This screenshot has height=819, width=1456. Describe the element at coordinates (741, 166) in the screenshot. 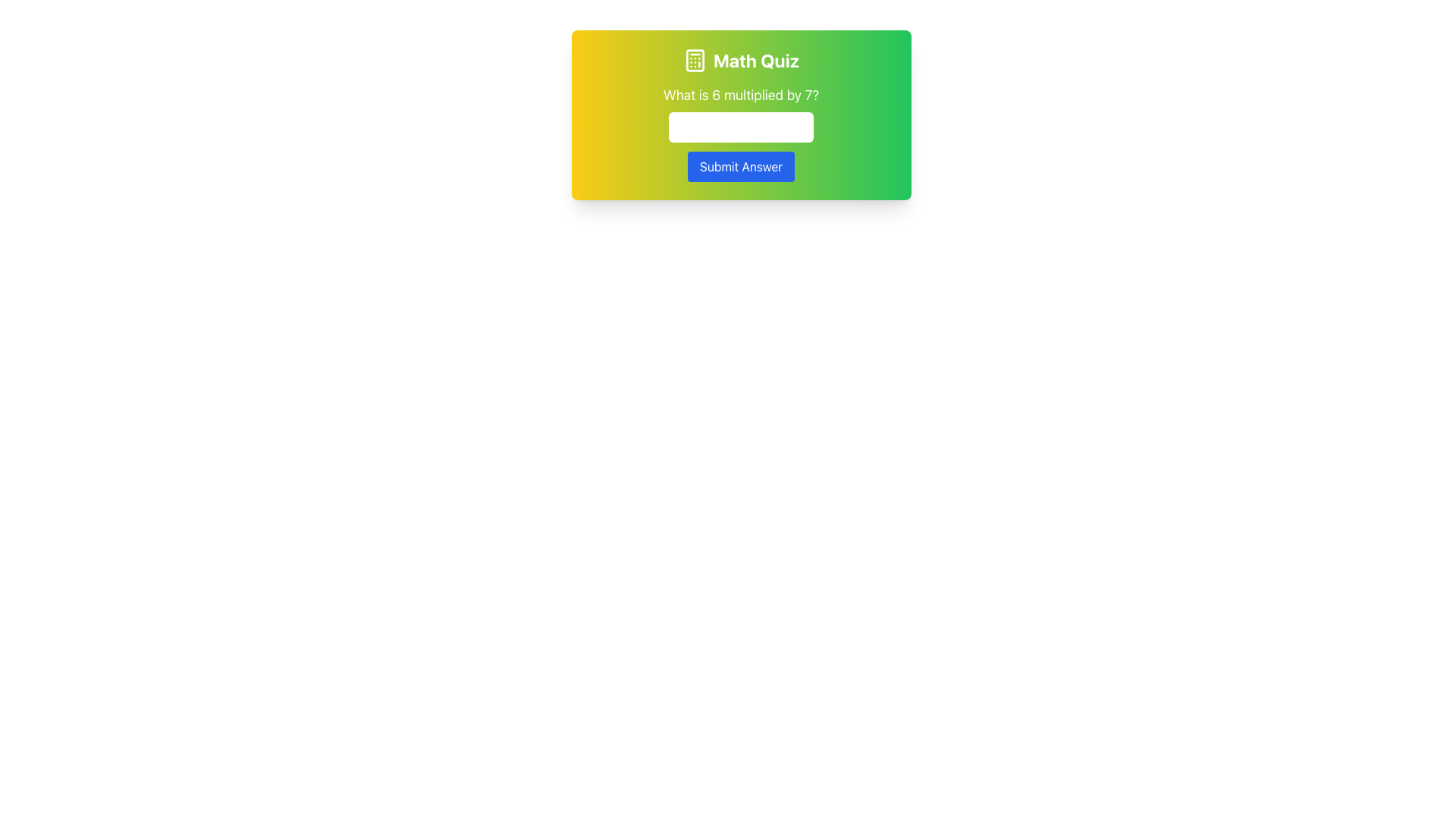

I see `the submit button located below the numeric input field` at that location.